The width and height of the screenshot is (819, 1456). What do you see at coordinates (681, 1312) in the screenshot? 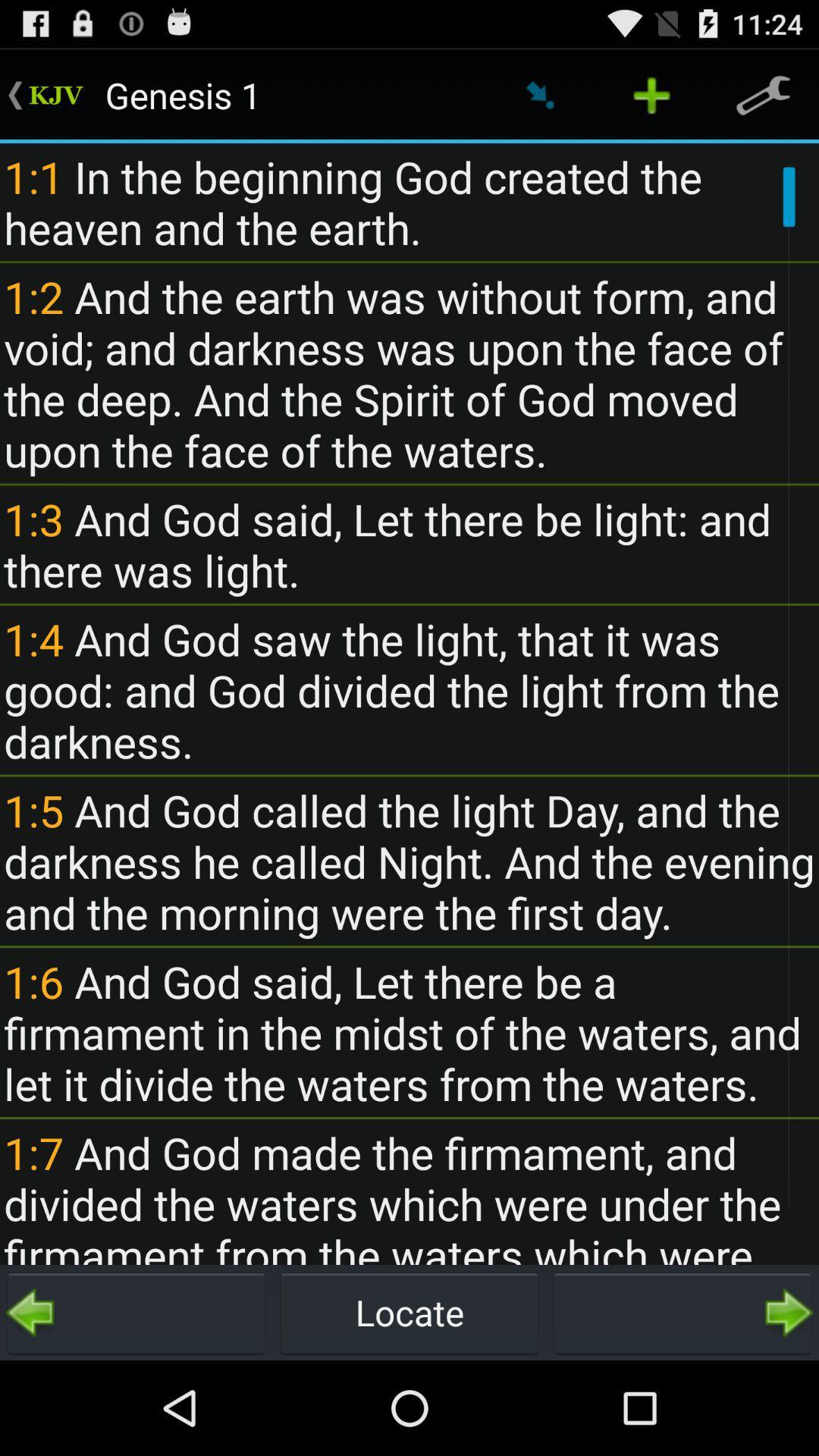
I see `see more passages` at bounding box center [681, 1312].